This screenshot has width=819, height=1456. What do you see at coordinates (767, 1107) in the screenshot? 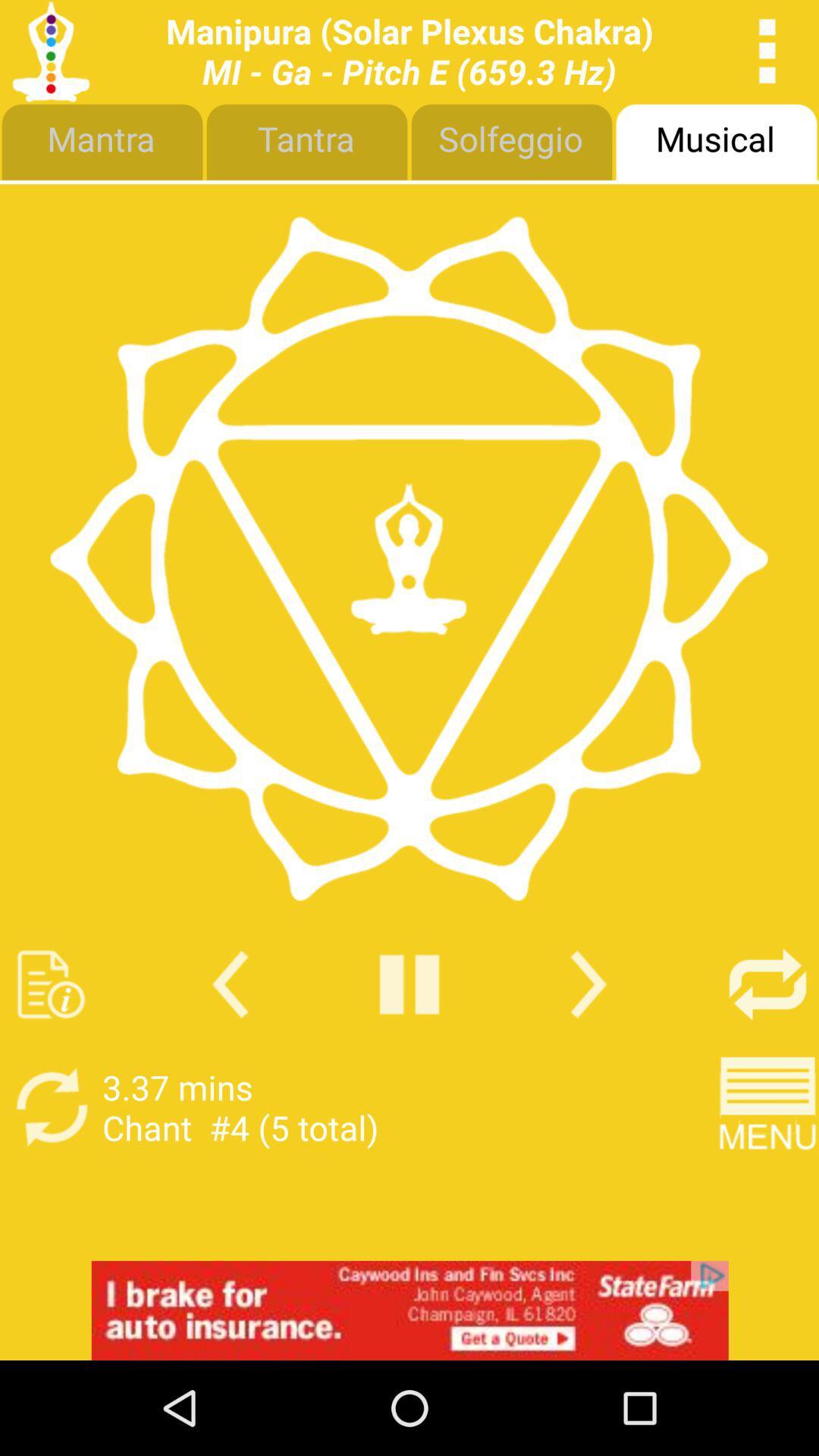
I see `menu` at bounding box center [767, 1107].